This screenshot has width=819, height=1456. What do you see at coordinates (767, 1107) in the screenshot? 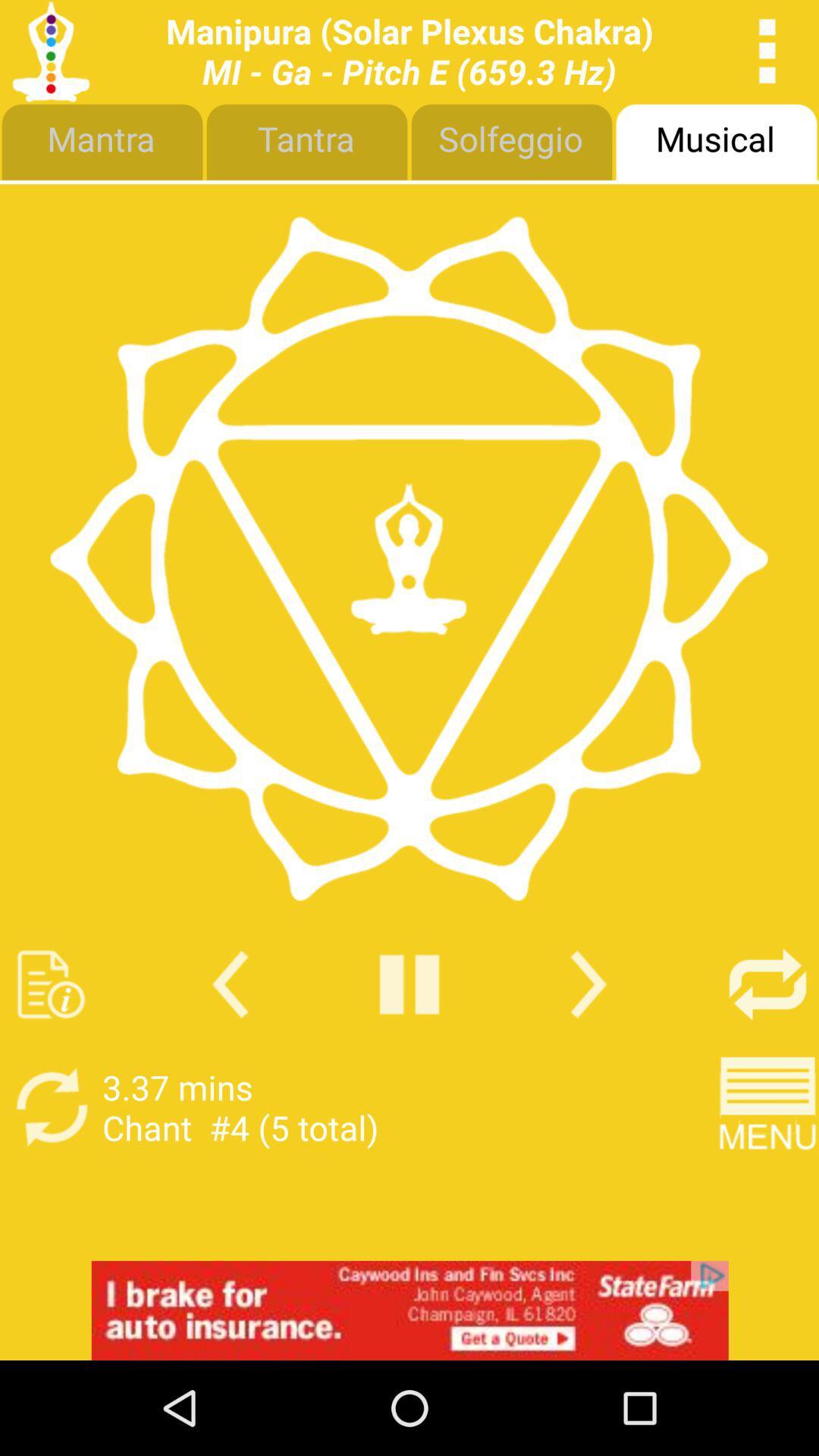
I see `menu` at bounding box center [767, 1107].